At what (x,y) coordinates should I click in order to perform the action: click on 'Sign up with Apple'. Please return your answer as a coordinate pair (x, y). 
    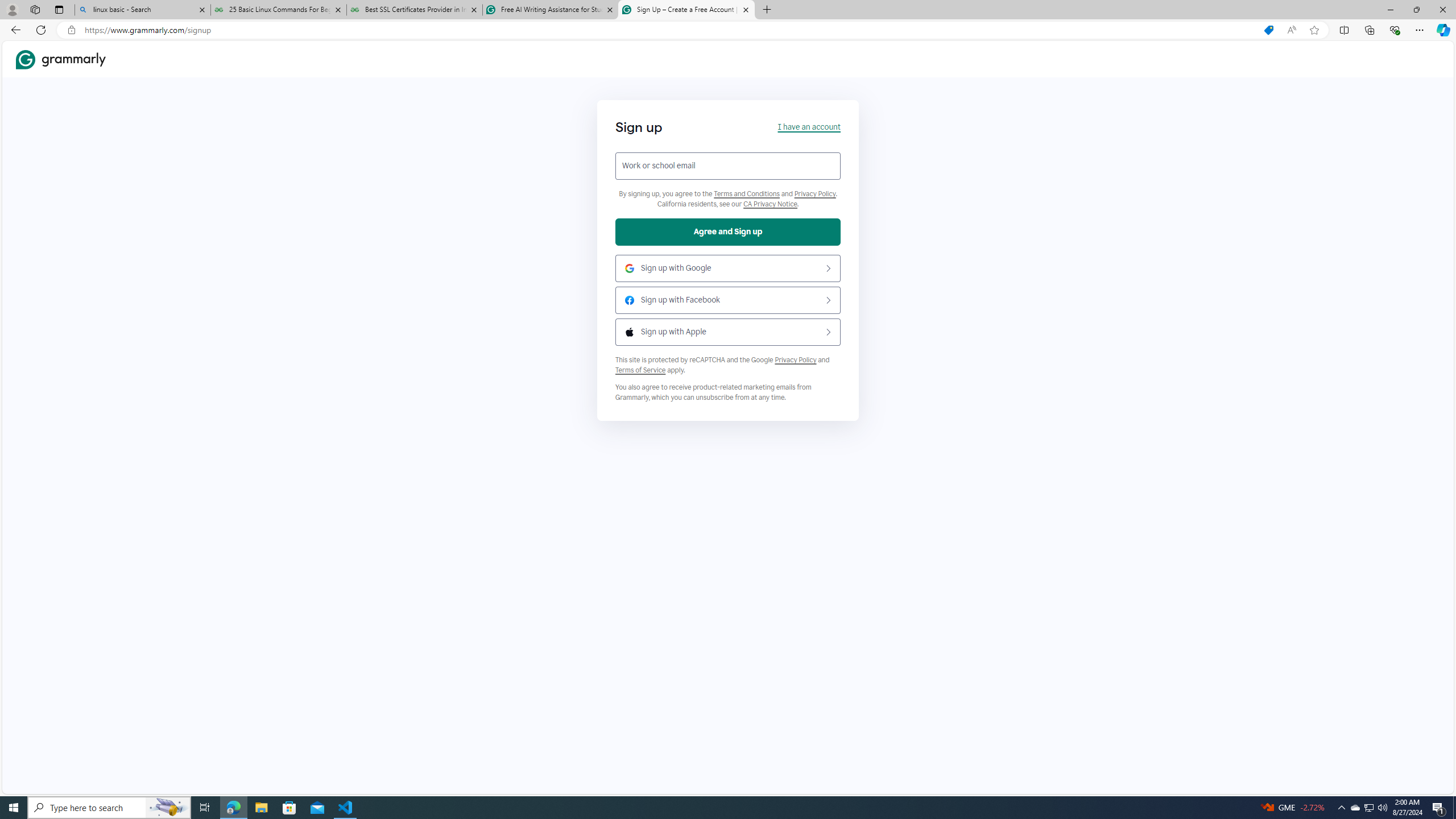
    Looking at the image, I should click on (728, 331).